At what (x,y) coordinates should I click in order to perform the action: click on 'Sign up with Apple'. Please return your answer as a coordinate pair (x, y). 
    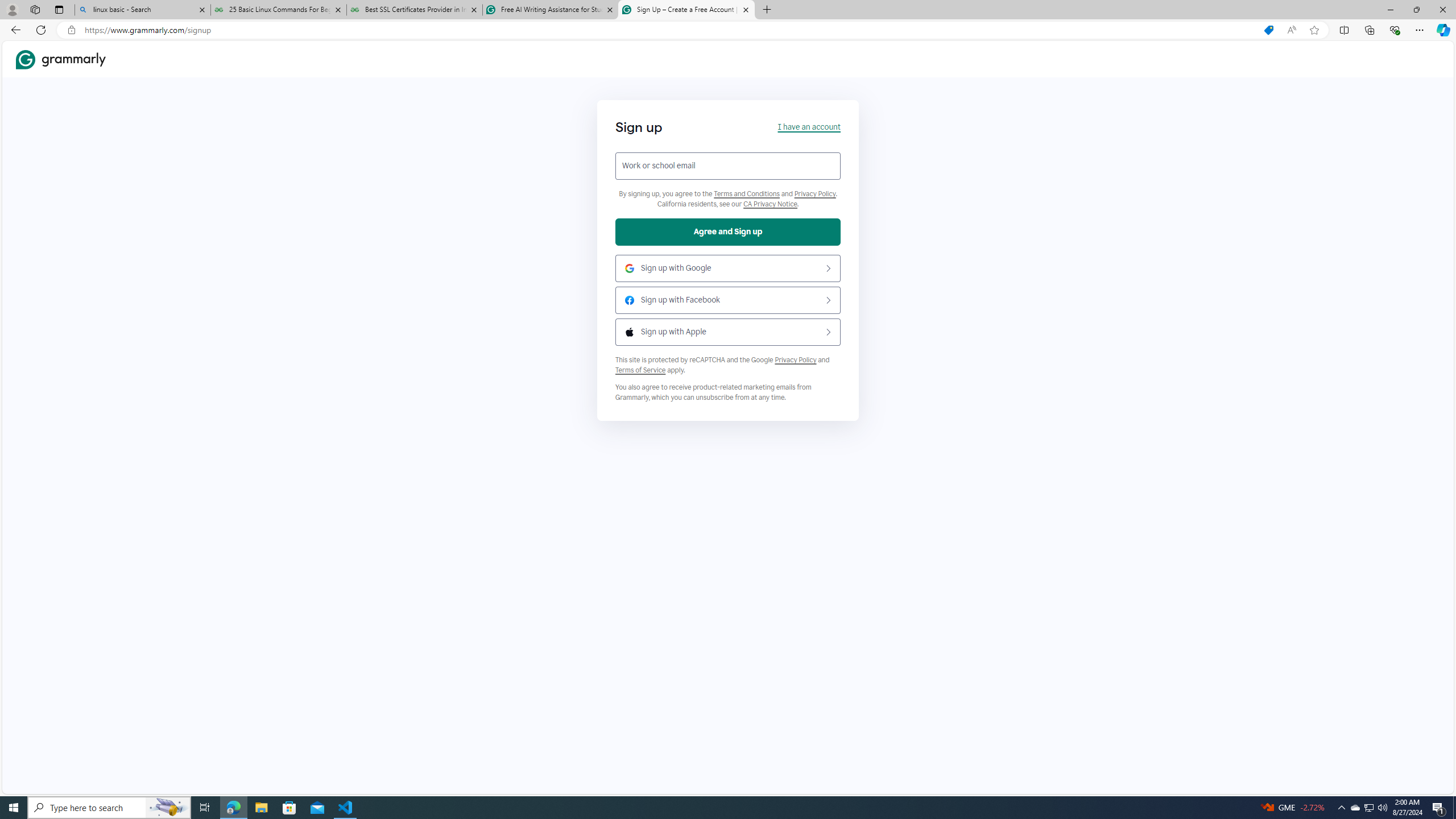
    Looking at the image, I should click on (728, 331).